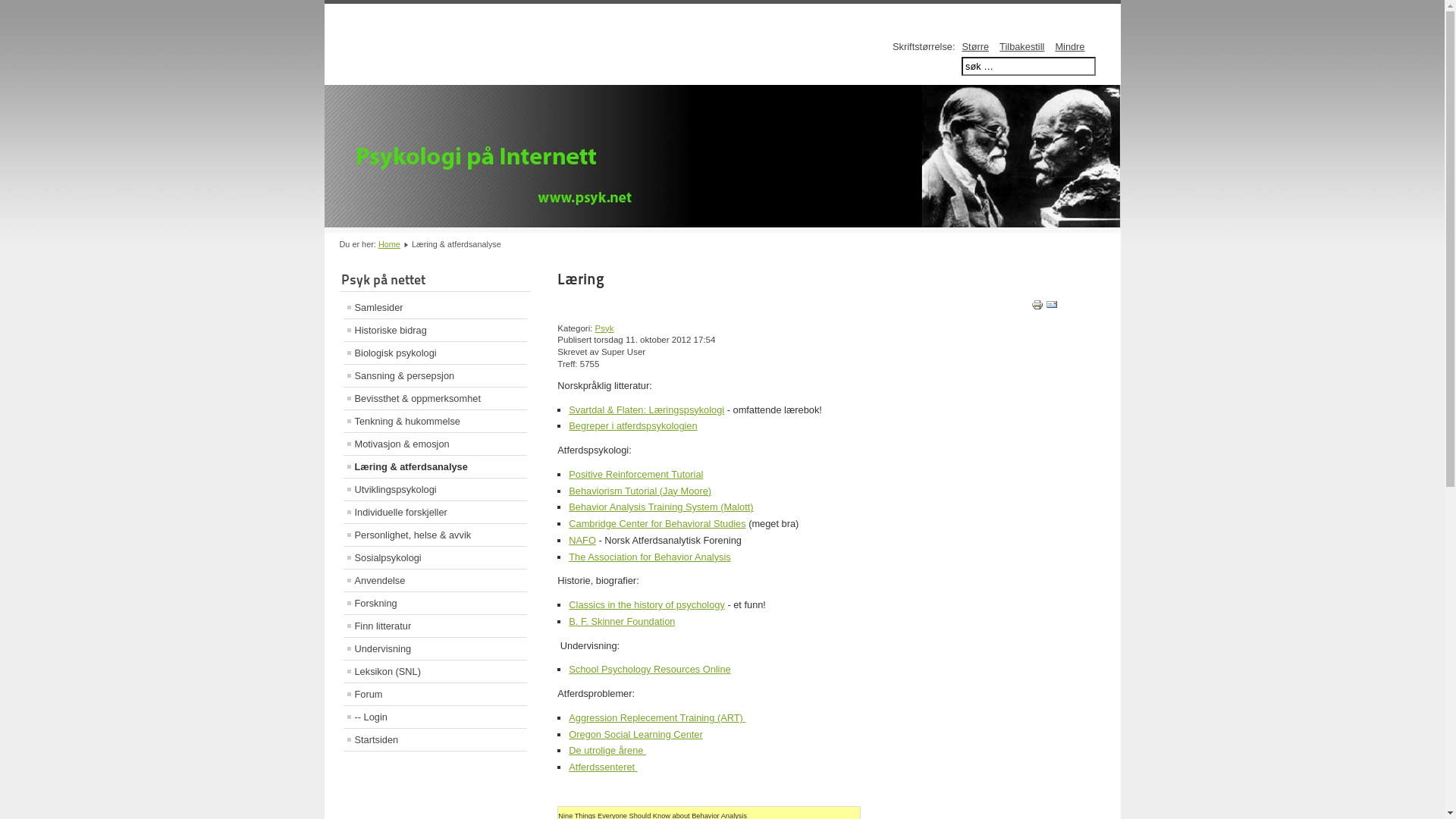  What do you see at coordinates (1051, 307) in the screenshot?
I see `'E-post'` at bounding box center [1051, 307].